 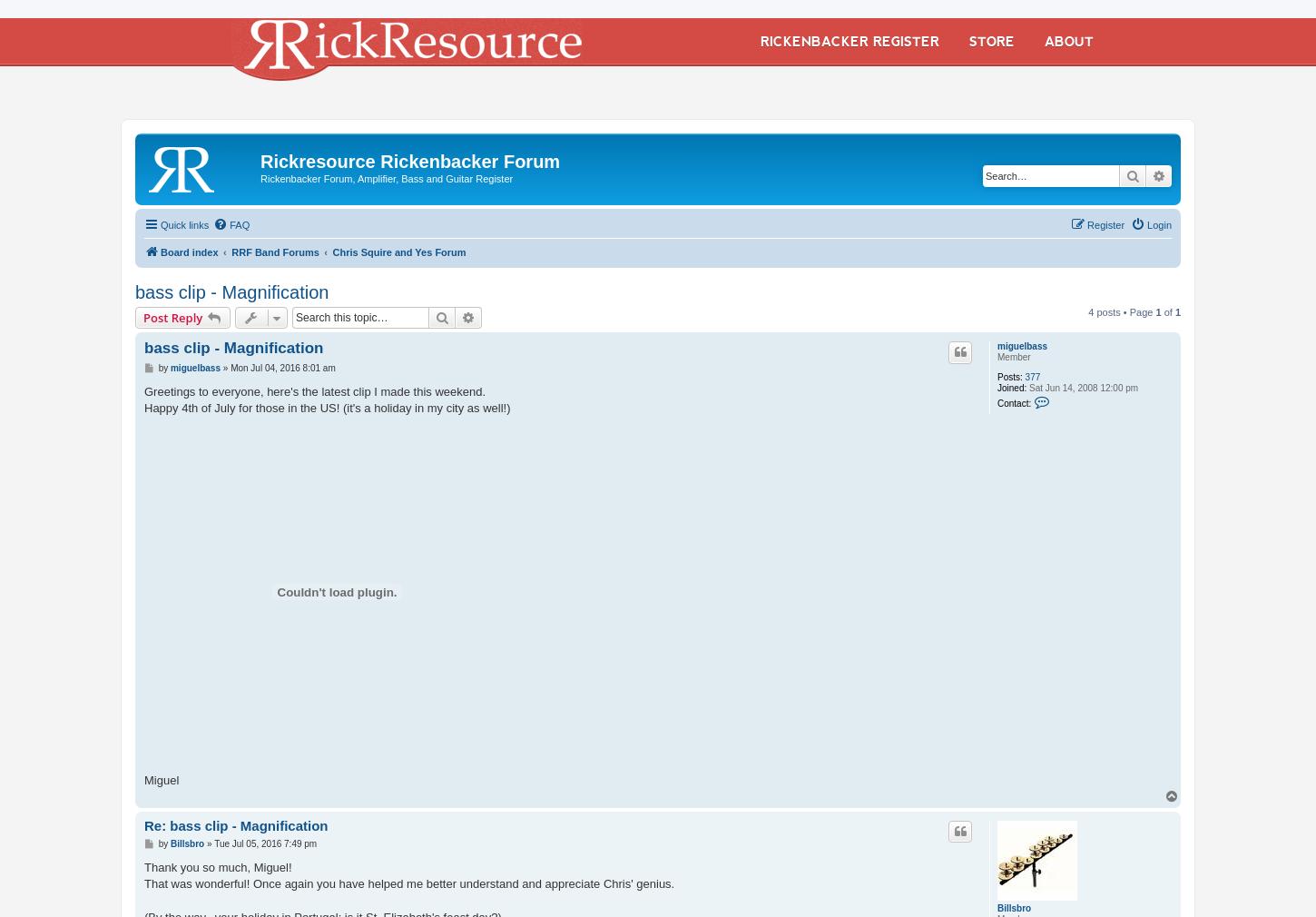 What do you see at coordinates (408, 883) in the screenshot?
I see `'That was wonderful! Once again you have helped me better understand and appreciate Chris' genius.'` at bounding box center [408, 883].